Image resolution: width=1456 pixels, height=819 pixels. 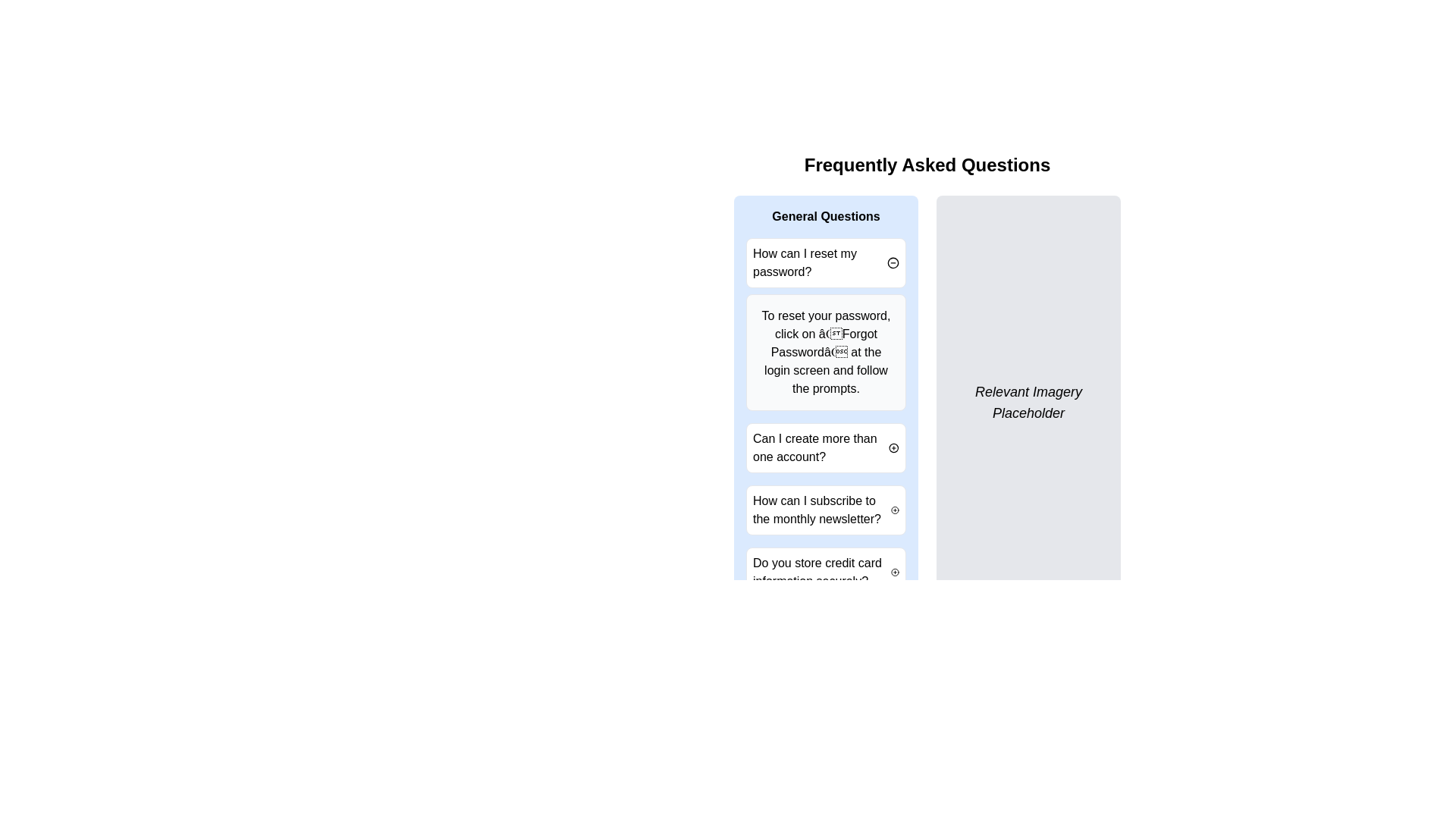 I want to click on the Text Label that serves as the header for the FAQ section, indicating the general topic or category of the questions listed below, so click(x=825, y=216).